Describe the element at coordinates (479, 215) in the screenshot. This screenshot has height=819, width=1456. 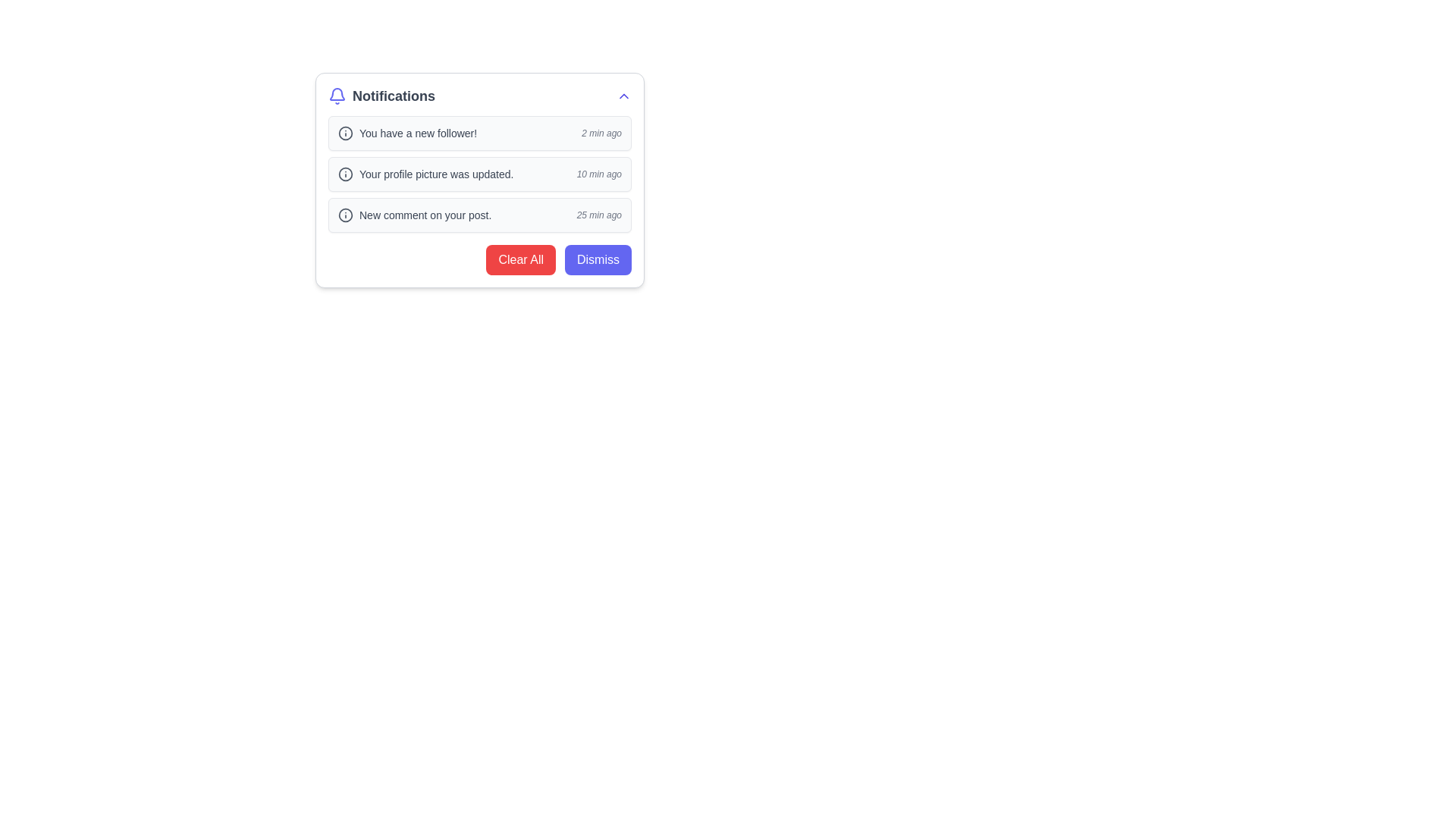
I see `the third notification alert regarding a new comment on the user's post, located in the notification panel` at that location.